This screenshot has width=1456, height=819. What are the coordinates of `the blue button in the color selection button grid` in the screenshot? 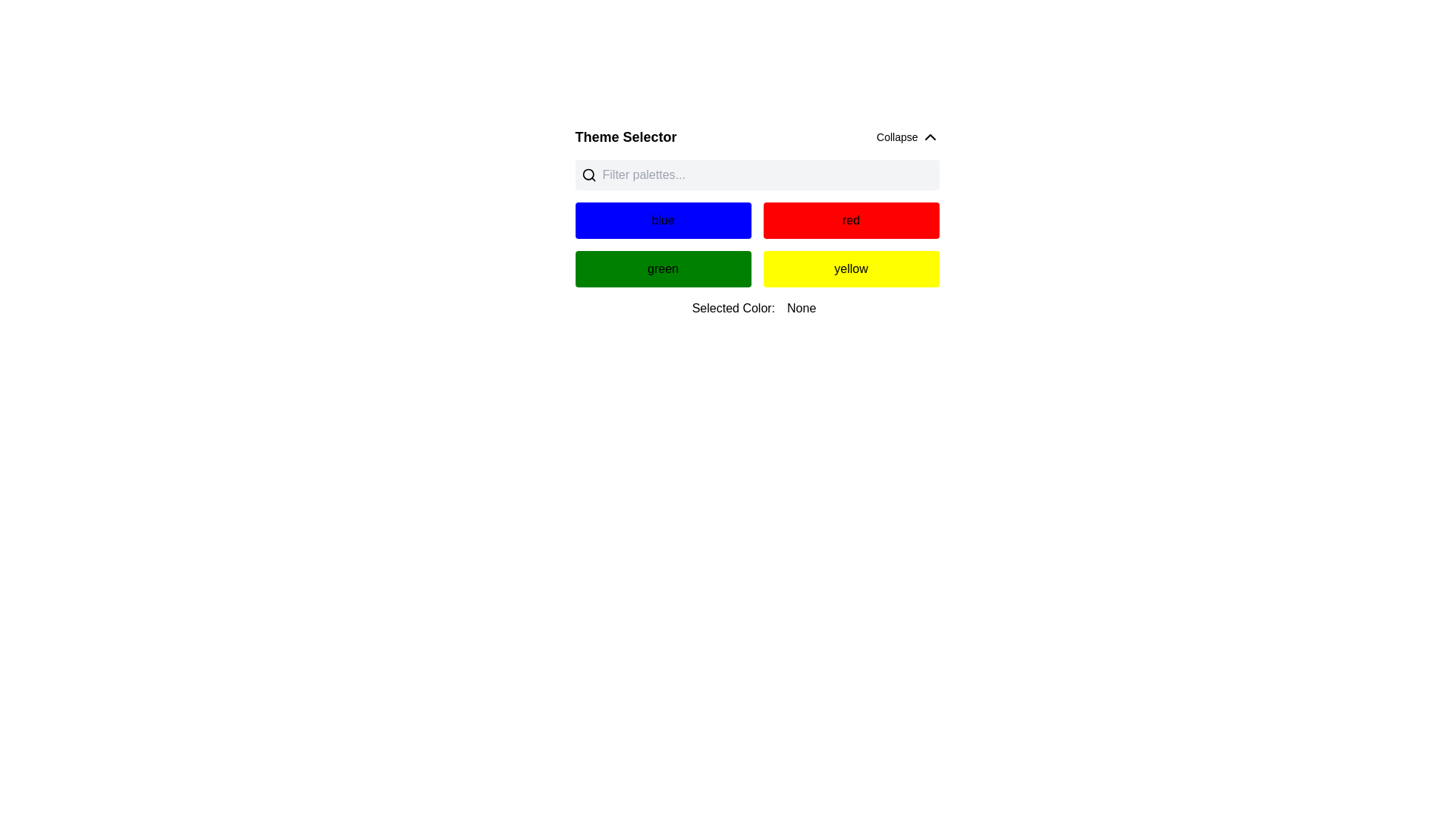 It's located at (757, 222).